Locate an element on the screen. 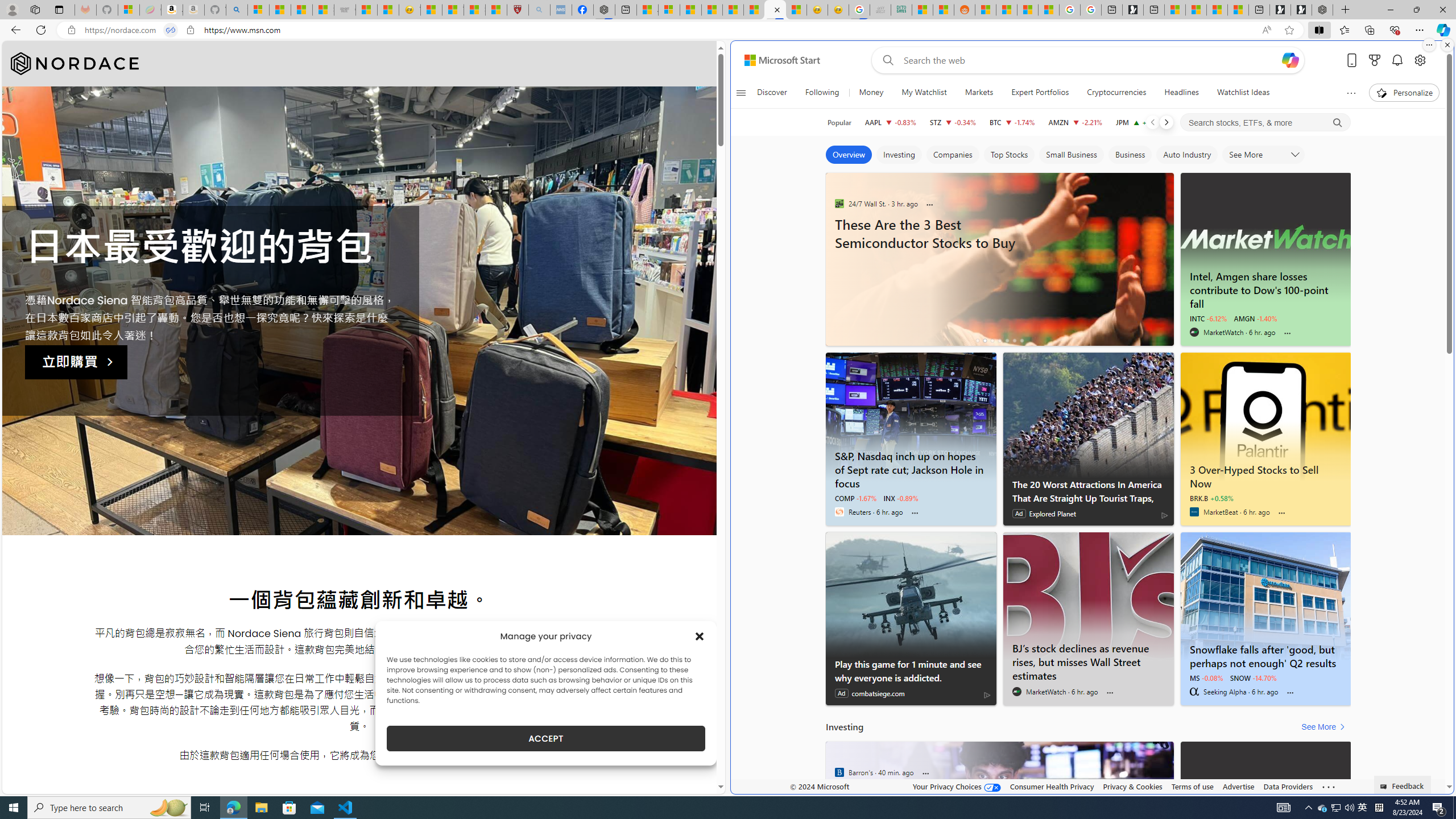 This screenshot has height=819, width=1456. 'Markets' is located at coordinates (978, 92).